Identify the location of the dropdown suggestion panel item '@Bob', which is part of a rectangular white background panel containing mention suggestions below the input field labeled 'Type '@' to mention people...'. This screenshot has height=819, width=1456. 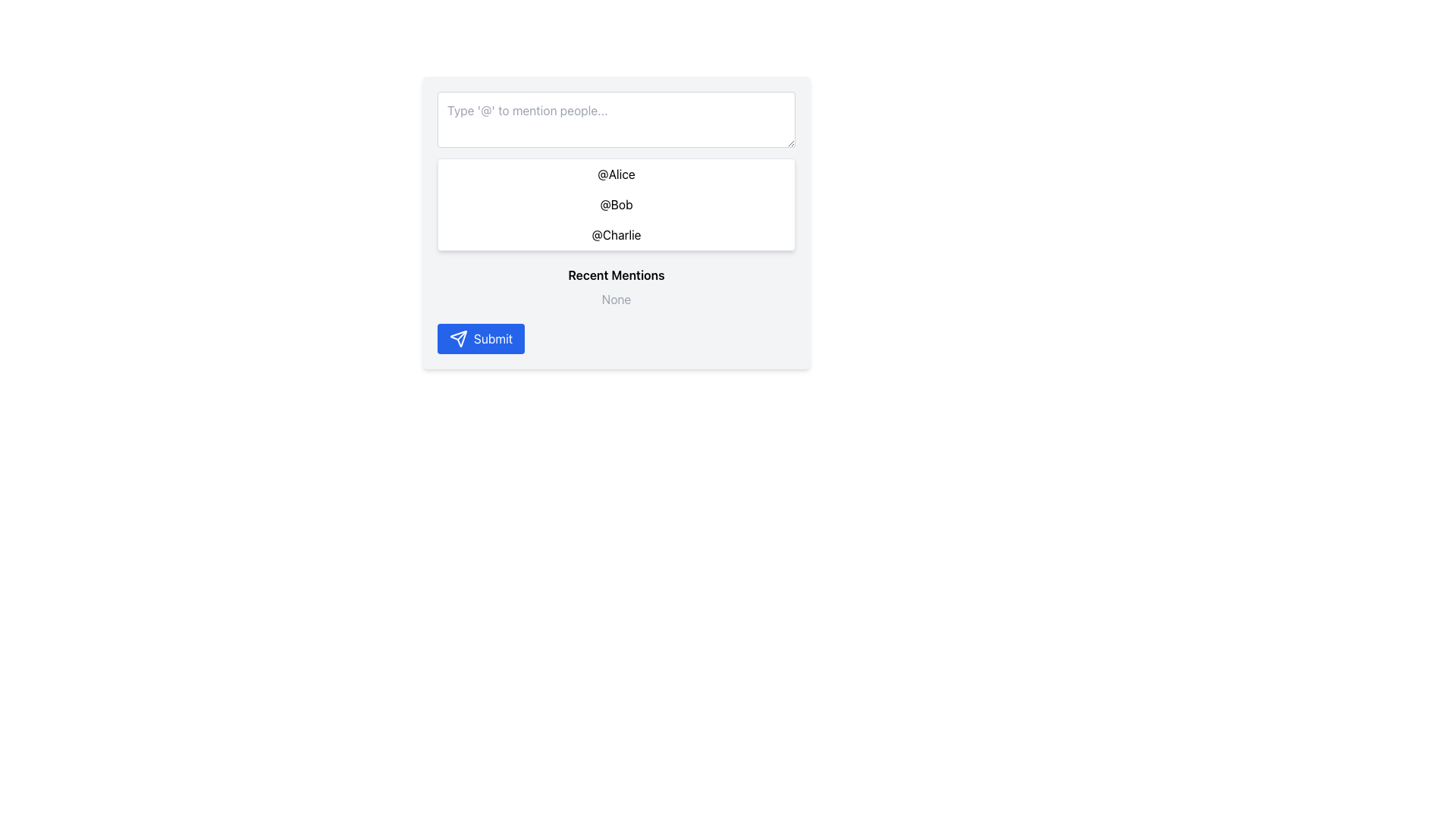
(616, 205).